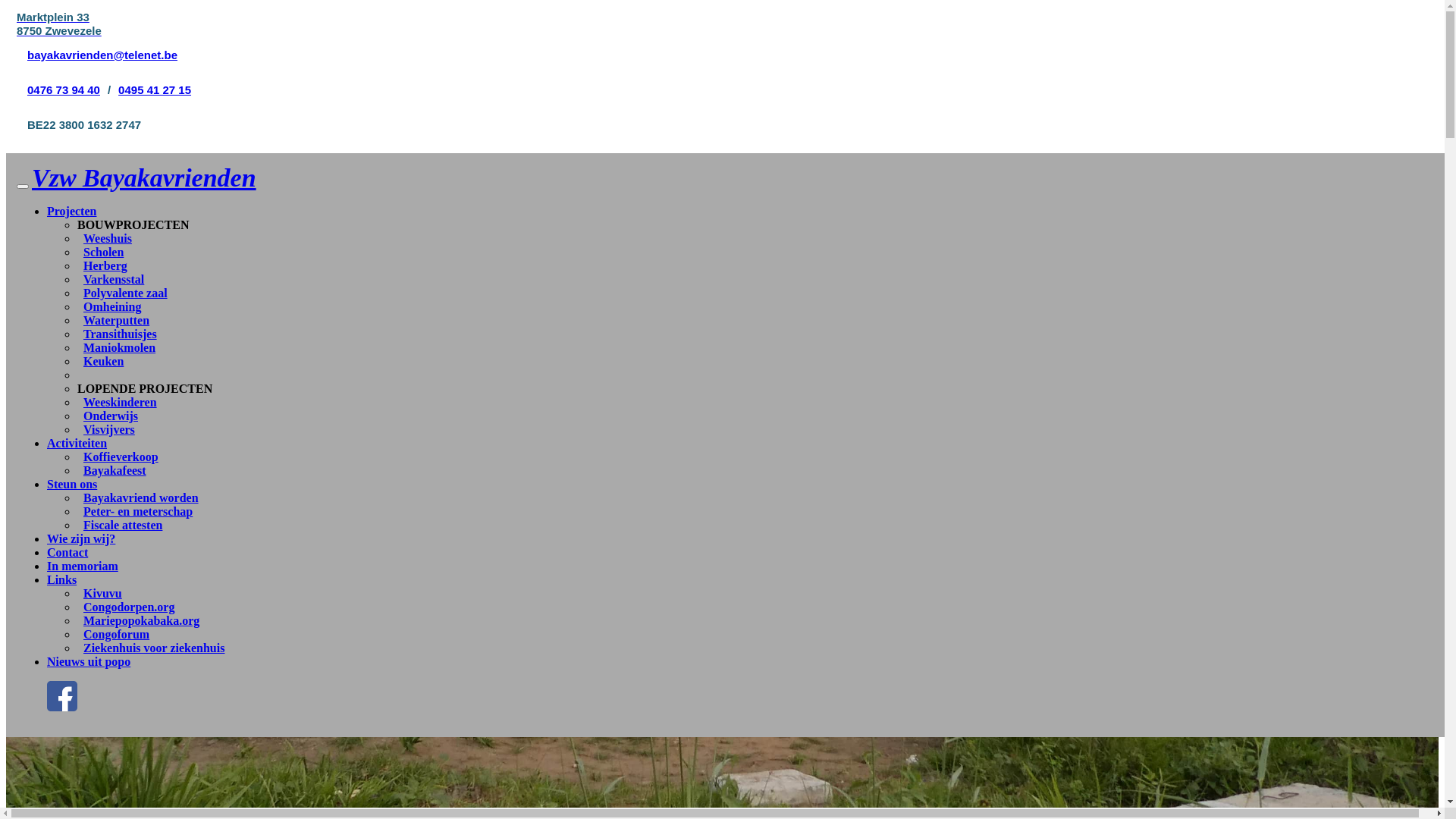 This screenshot has height=819, width=1456. Describe the element at coordinates (99, 592) in the screenshot. I see `'Kivuvu'` at that location.